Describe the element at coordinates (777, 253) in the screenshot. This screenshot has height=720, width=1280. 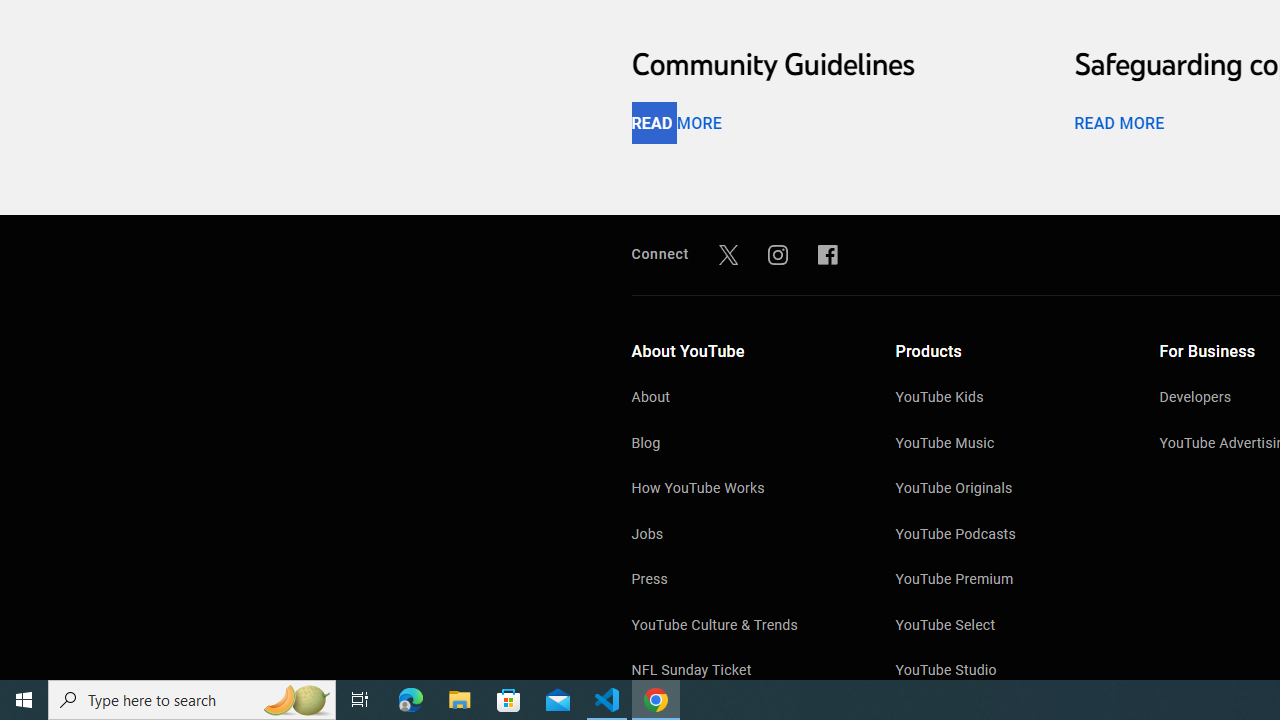
I see `'Instagram'` at that location.